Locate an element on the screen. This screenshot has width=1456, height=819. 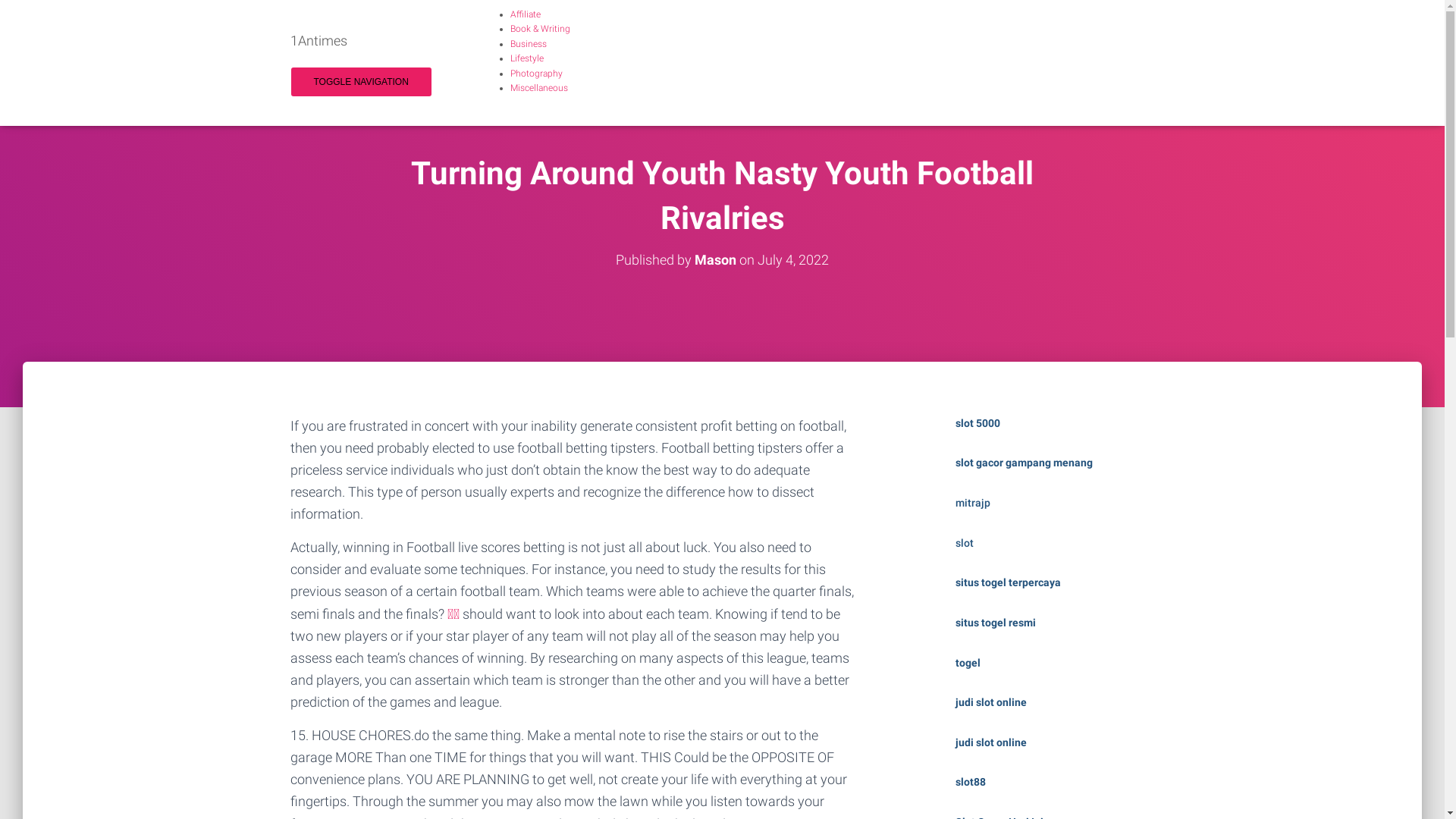
'Mason' is located at coordinates (714, 259).